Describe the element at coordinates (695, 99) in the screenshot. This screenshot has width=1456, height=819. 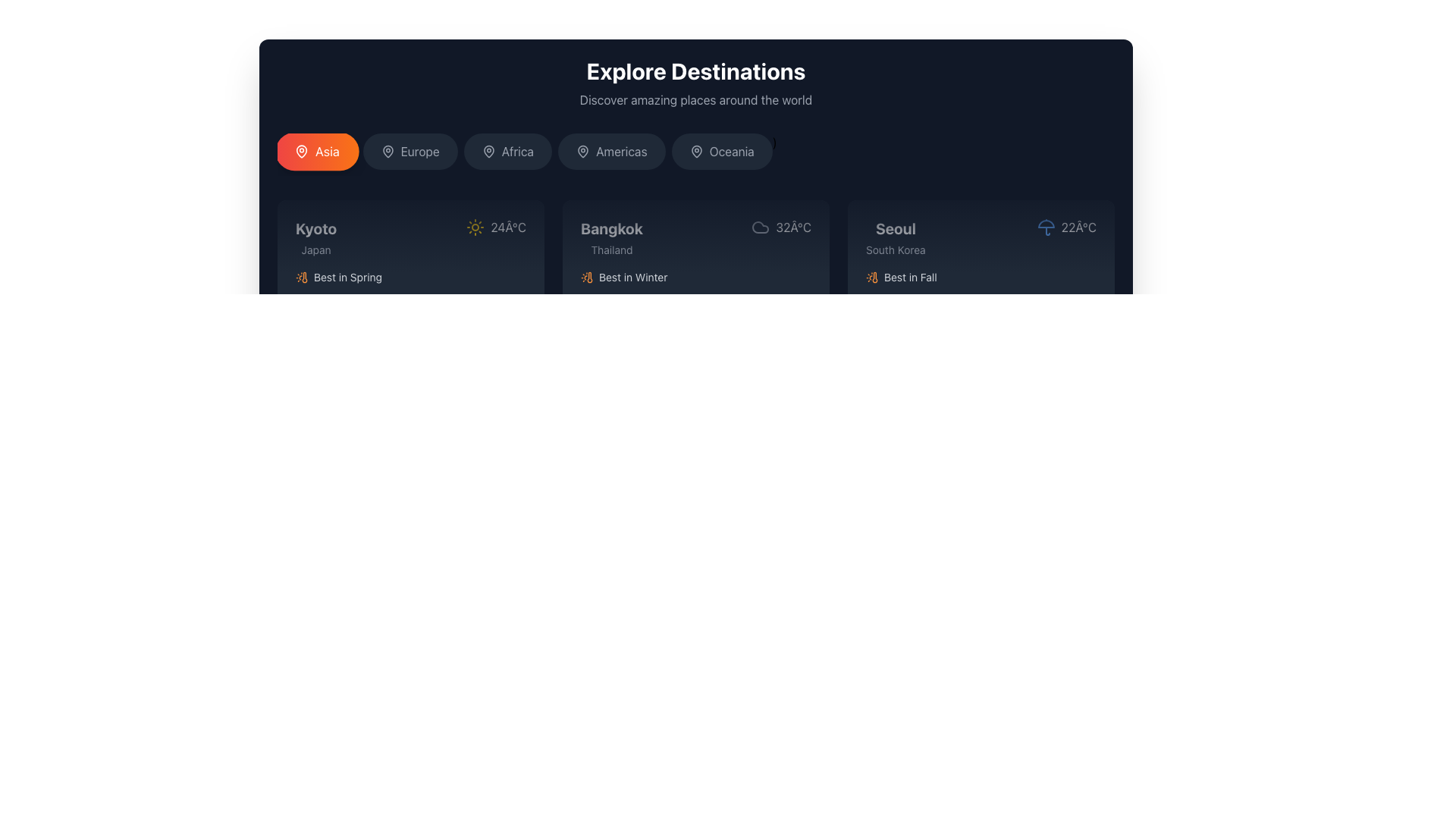
I see `the text element displaying 'Discover amazing places around the world', which is styled in a muted gray color and positioned below the title 'Explore Destinations'` at that location.